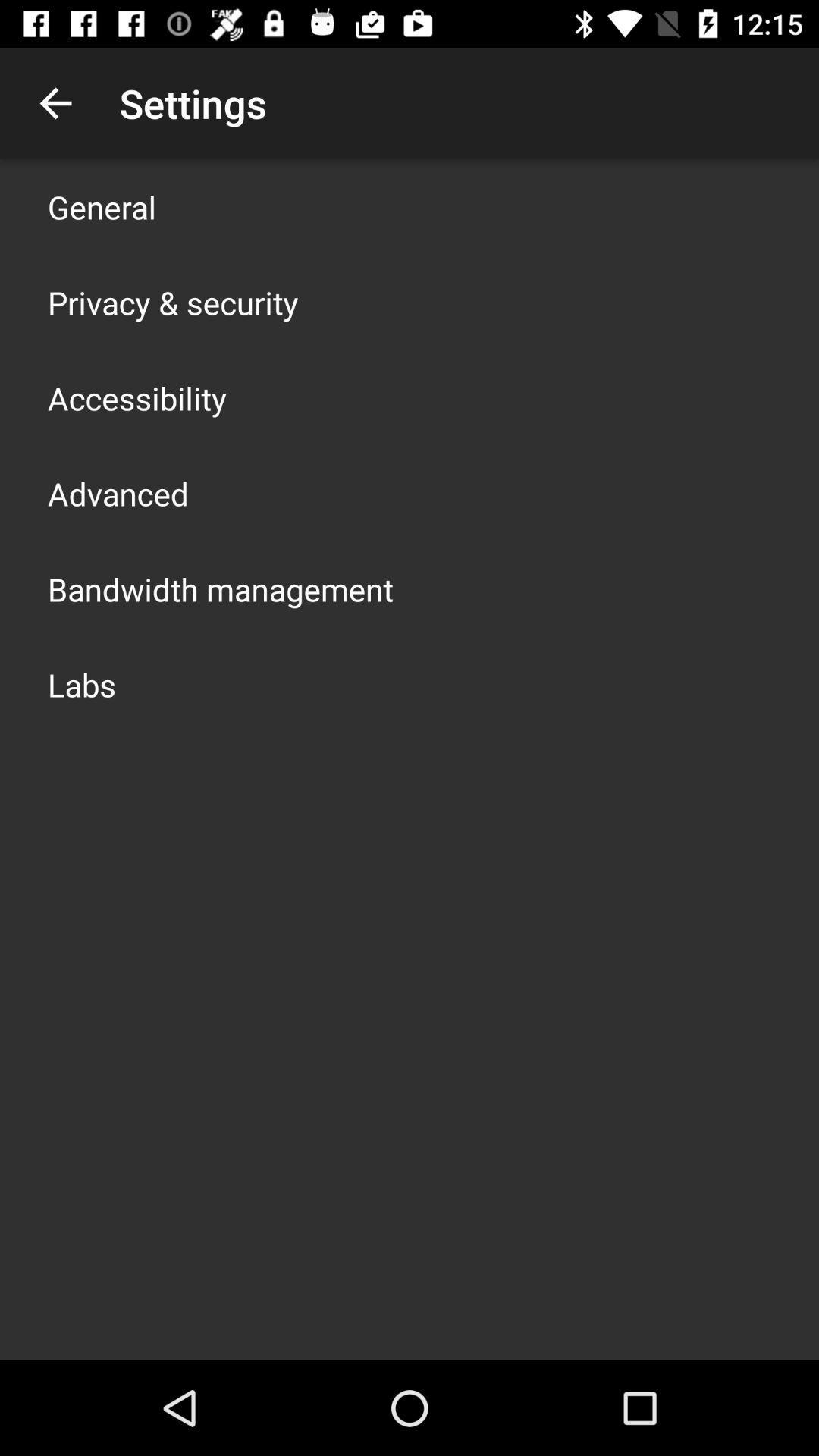 The image size is (819, 1456). I want to click on the app to the left of settings icon, so click(55, 102).